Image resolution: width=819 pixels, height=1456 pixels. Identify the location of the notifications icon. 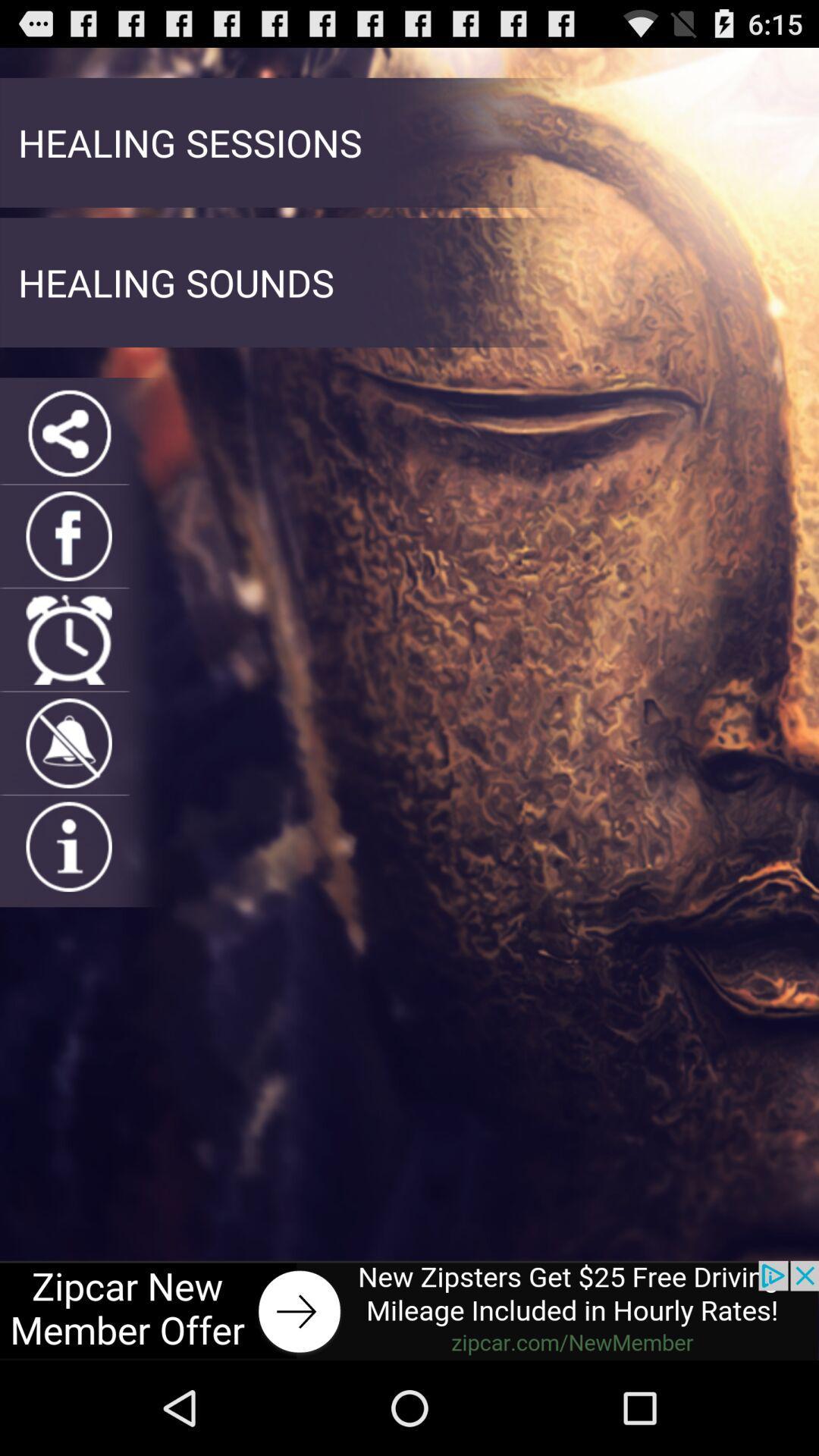
(69, 795).